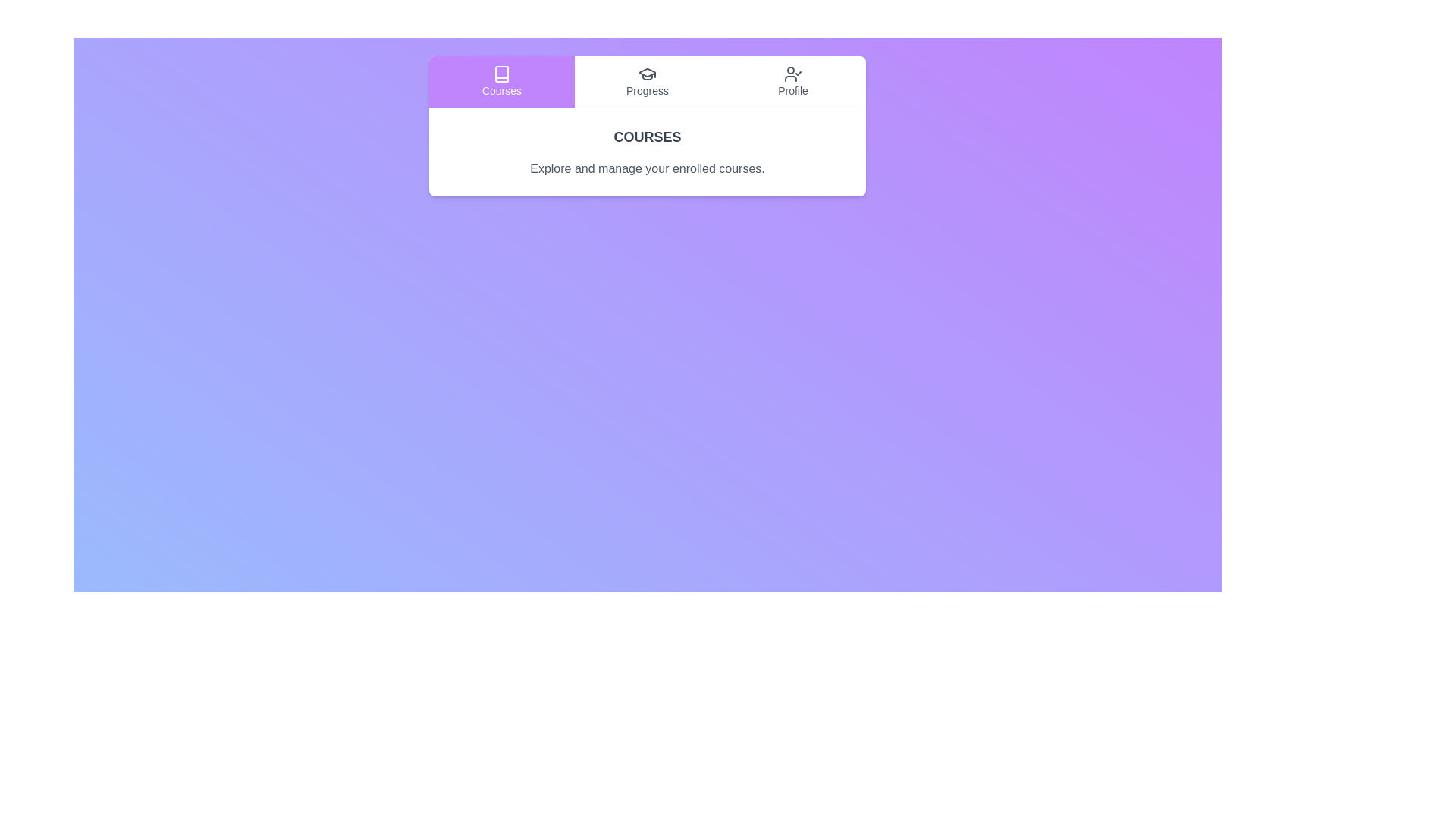 The height and width of the screenshot is (819, 1456). I want to click on the Profile tab by clicking on its button, so click(792, 82).